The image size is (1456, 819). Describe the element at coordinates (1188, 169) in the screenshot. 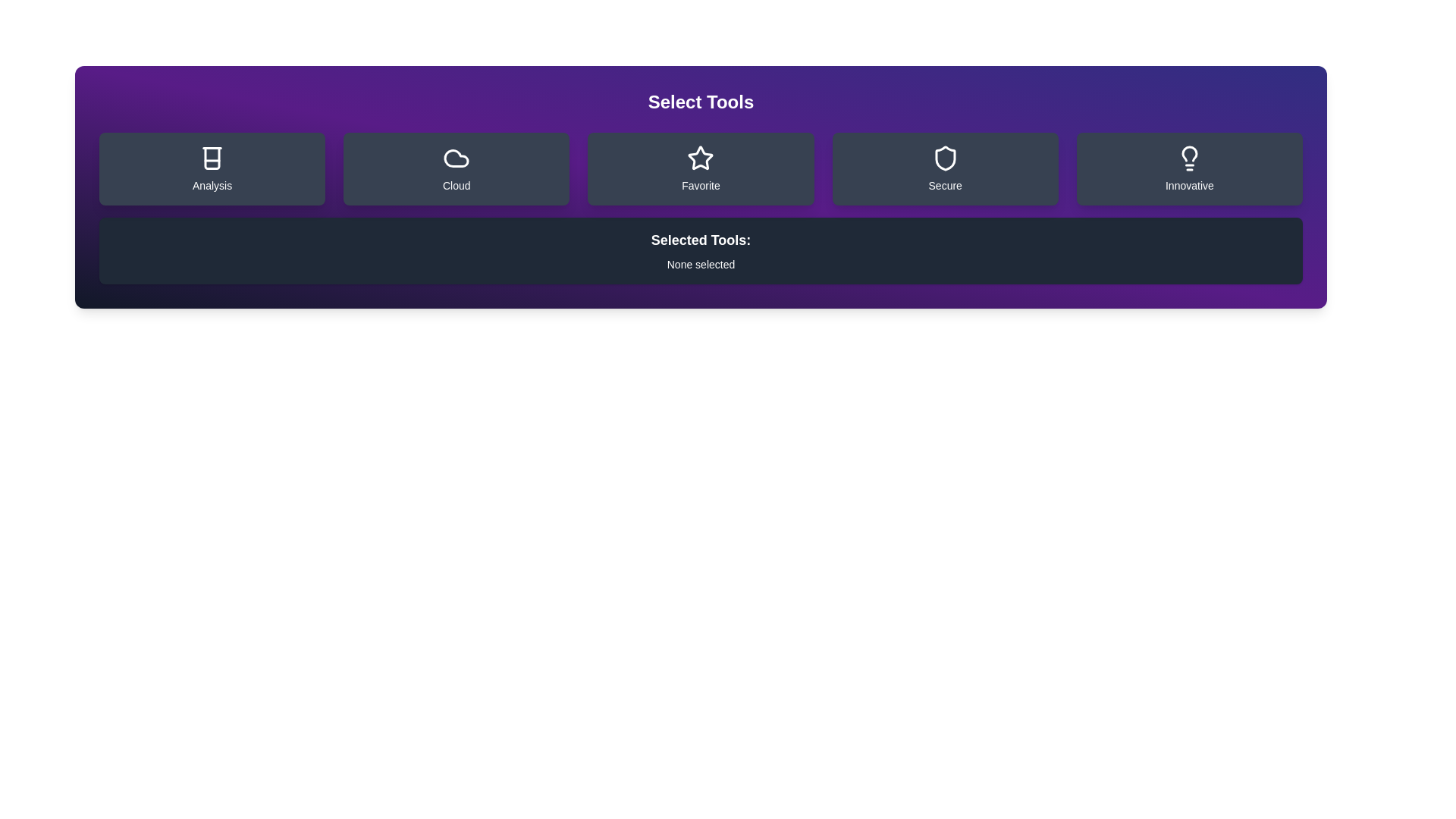

I see `the 'Innovative' button, which is the last button in a row of five` at that location.